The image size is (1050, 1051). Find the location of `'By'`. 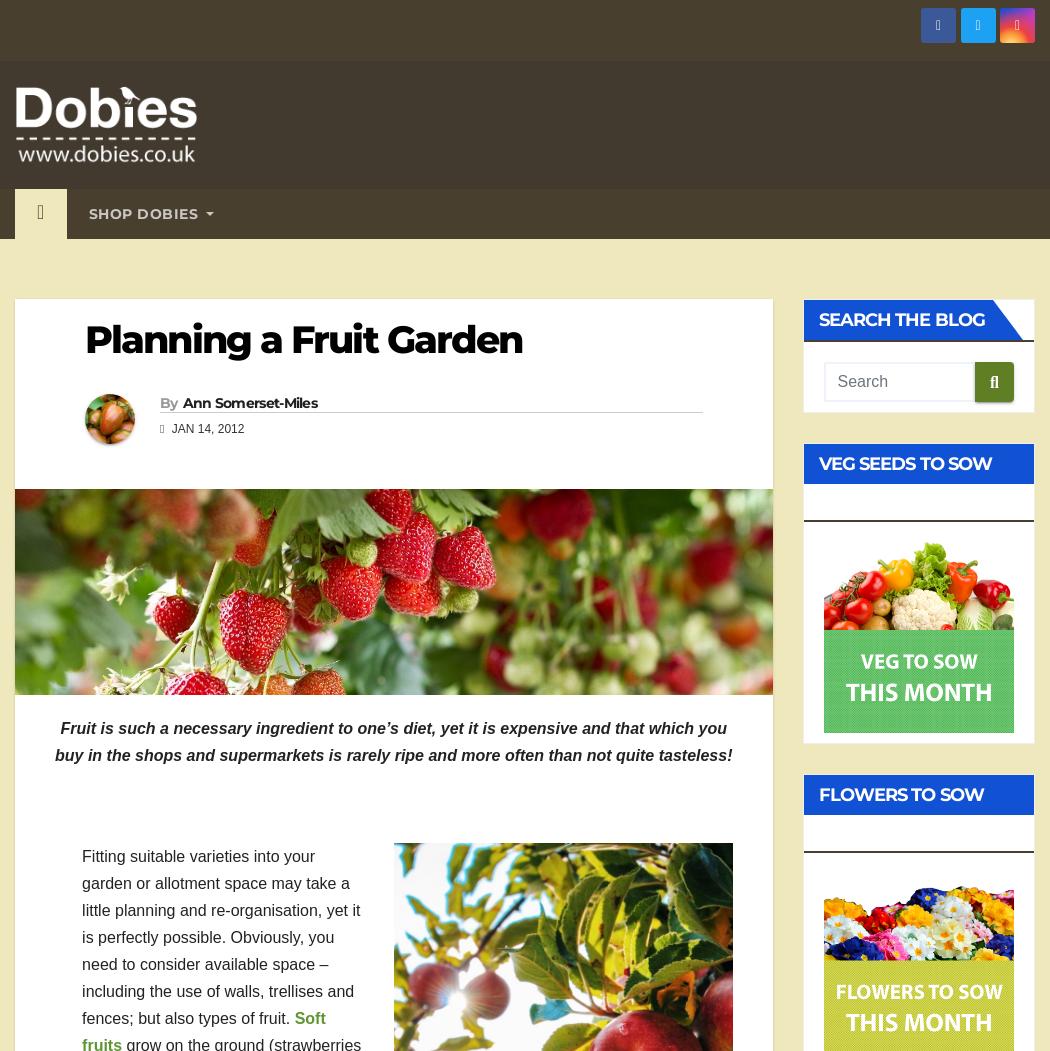

'By' is located at coordinates (168, 401).